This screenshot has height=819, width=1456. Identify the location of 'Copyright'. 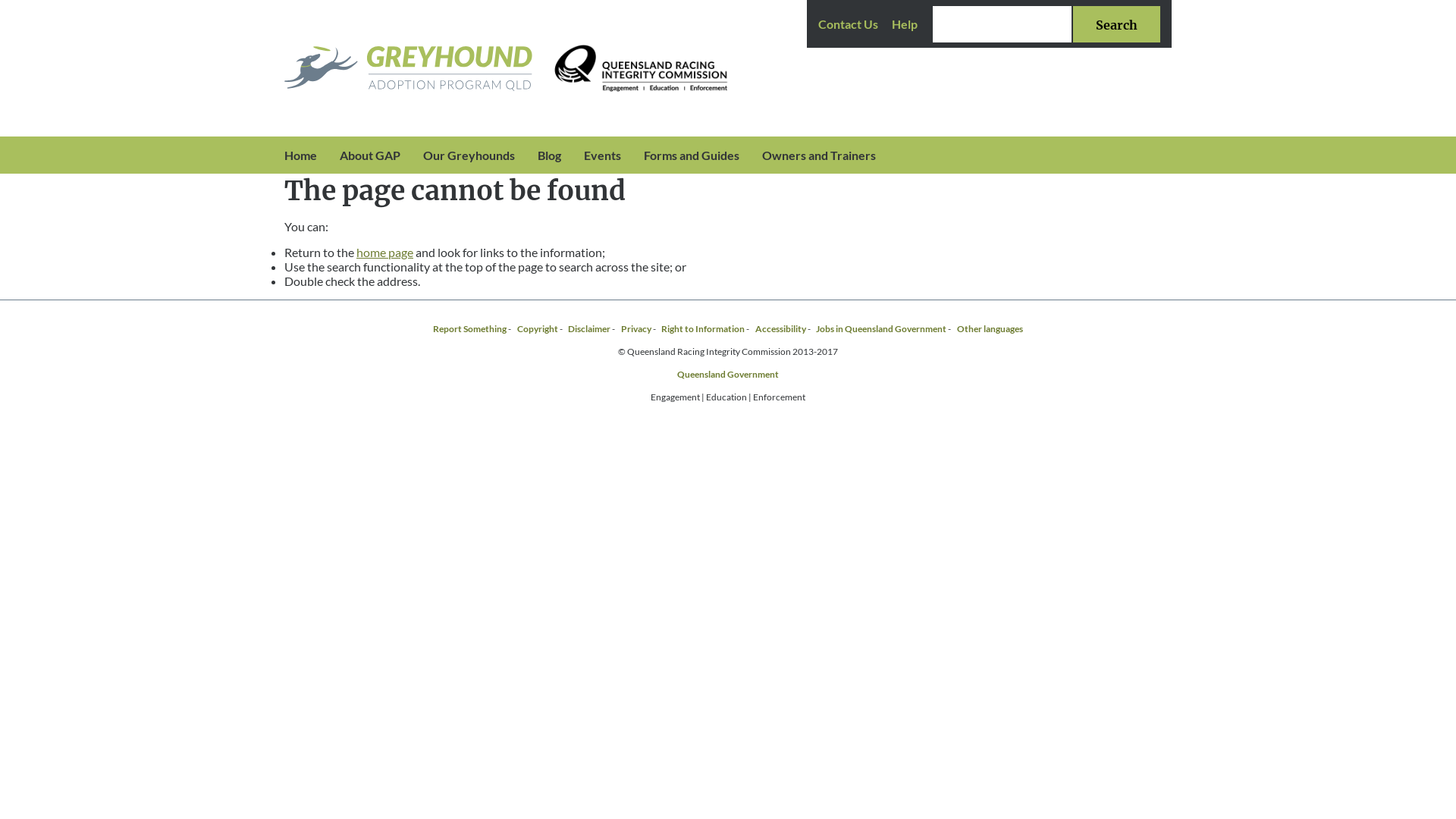
(538, 328).